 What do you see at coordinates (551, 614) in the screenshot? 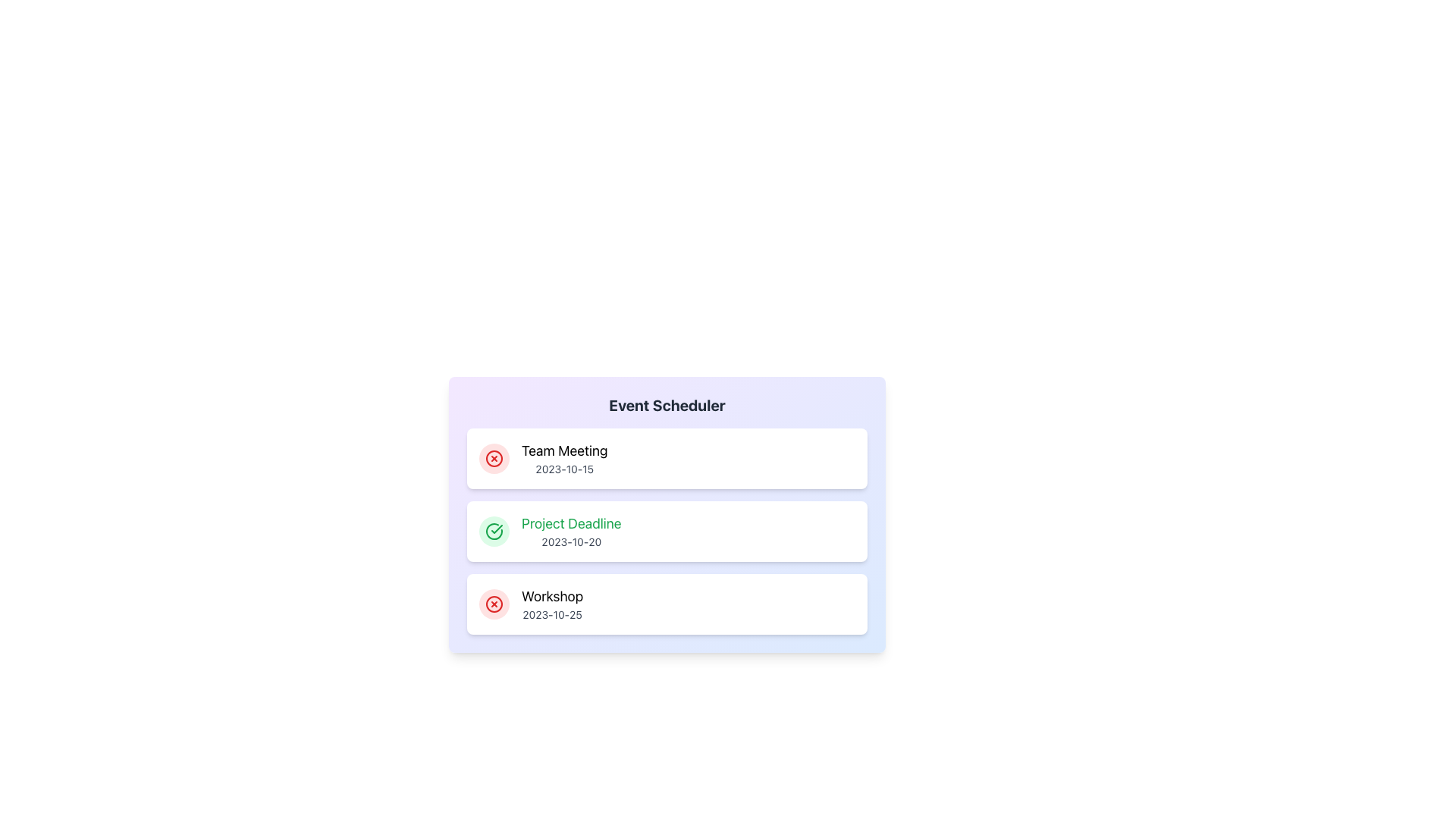
I see `date displayed in the 'Workshop' entry of the 'Event Scheduler', which is shown in a small gray font as '2023-10-25'` at bounding box center [551, 614].